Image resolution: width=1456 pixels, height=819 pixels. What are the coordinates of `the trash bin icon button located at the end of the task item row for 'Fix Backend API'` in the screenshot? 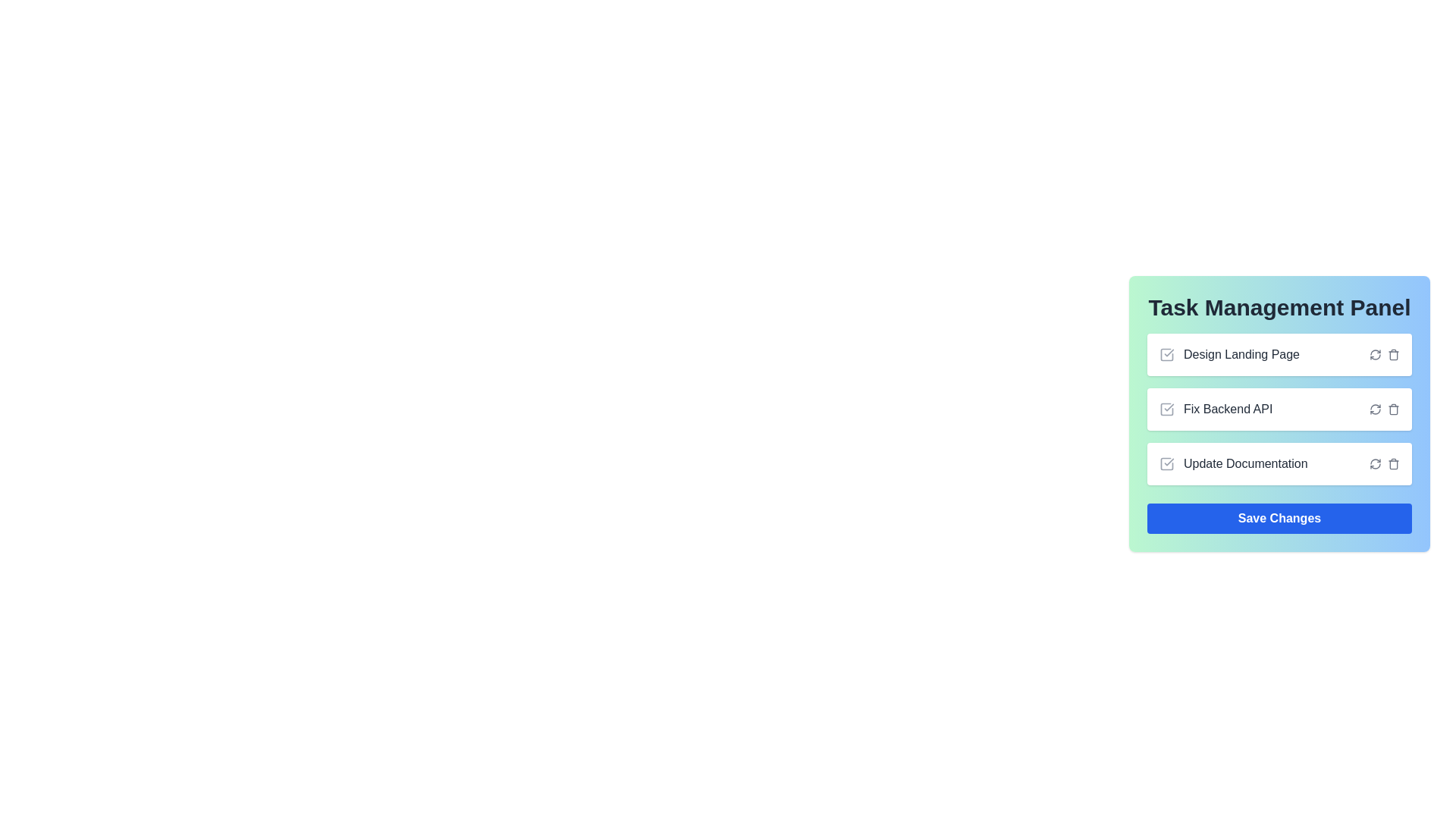 It's located at (1394, 409).